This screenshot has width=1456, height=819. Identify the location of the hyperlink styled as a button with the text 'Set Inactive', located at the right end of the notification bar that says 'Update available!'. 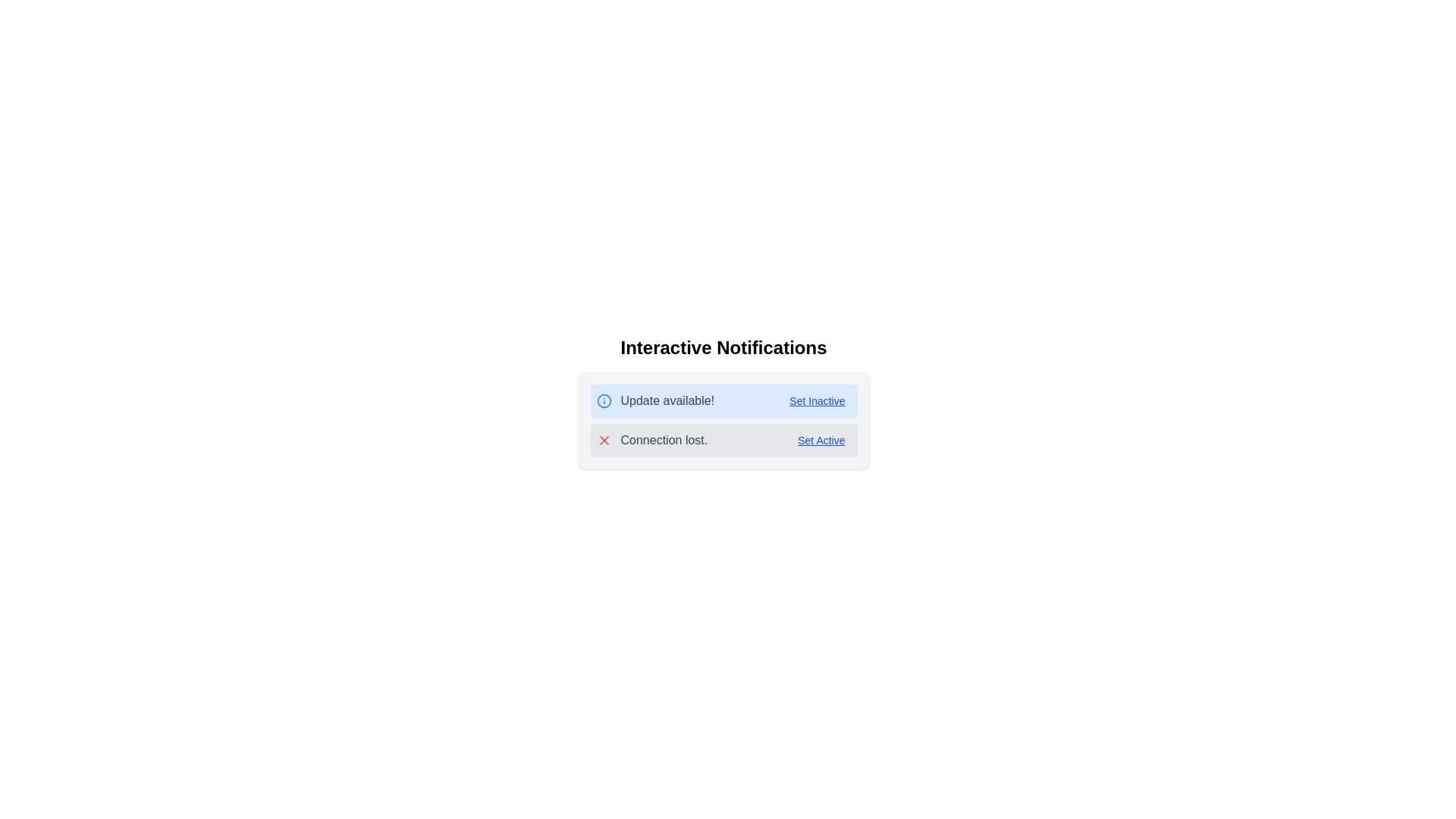
(816, 400).